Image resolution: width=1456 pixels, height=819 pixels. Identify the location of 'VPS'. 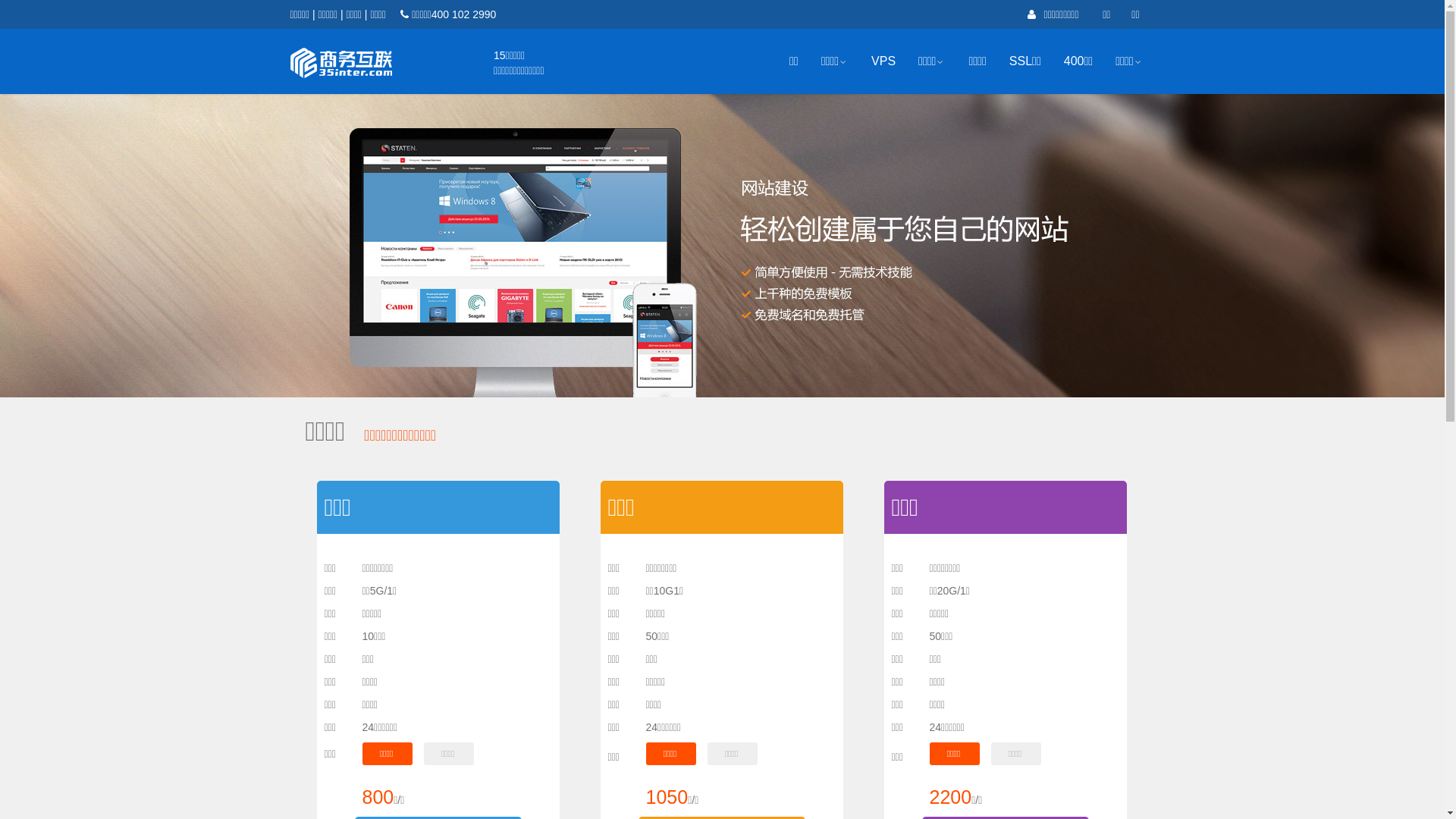
(883, 61).